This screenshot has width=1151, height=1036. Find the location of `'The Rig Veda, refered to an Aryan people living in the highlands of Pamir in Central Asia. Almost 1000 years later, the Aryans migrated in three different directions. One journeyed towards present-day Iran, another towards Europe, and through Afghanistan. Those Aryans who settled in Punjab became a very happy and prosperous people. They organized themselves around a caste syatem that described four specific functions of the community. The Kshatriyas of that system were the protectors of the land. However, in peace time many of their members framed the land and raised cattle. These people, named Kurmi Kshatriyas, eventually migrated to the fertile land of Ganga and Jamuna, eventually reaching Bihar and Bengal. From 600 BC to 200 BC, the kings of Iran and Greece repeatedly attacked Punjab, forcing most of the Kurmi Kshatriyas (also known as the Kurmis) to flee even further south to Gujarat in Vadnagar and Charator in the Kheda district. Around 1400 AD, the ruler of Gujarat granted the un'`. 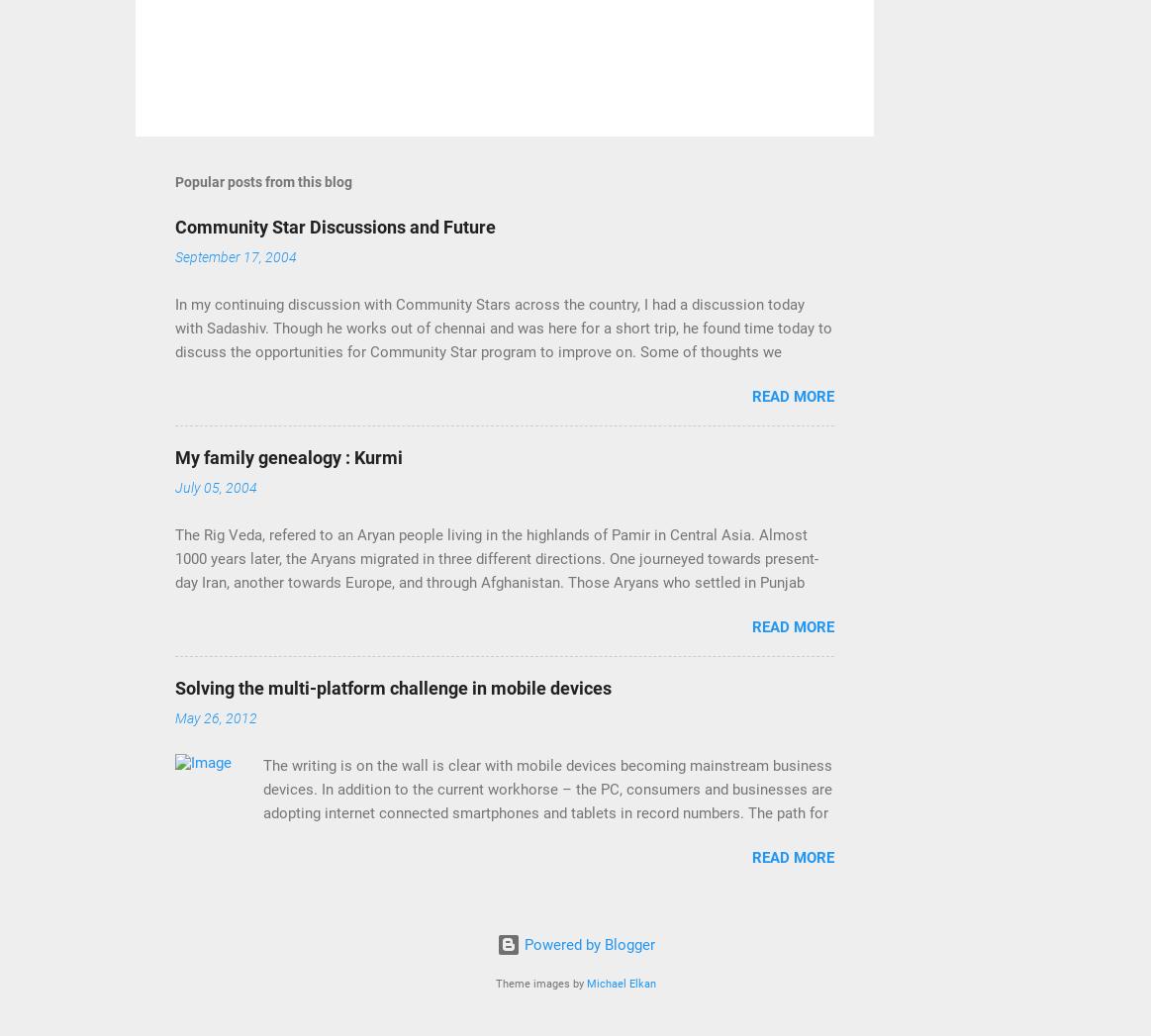

'The Rig Veda, refered to an Aryan people living in the highlands of Pamir in Central Asia. Almost 1000 years later, the Aryans migrated in three different directions. One journeyed towards present-day Iran, another towards Europe, and through Afghanistan. Those Aryans who settled in Punjab became a very happy and prosperous people. They organized themselves around a caste syatem that described four specific functions of the community. The Kshatriyas of that system were the protectors of the land. However, in peace time many of their members framed the land and raised cattle. These people, named Kurmi Kshatriyas, eventually migrated to the fertile land of Ganga and Jamuna, eventually reaching Bihar and Bengal. From 600 BC to 200 BC, the kings of Iran and Greece repeatedly attacked Punjab, forcing most of the Kurmi Kshatriyas (also known as the Kurmis) to flee even further south to Gujarat in Vadnagar and Charator in the Kheda district. Around 1400 AD, the ruler of Gujarat granted the un' is located at coordinates (500, 653).